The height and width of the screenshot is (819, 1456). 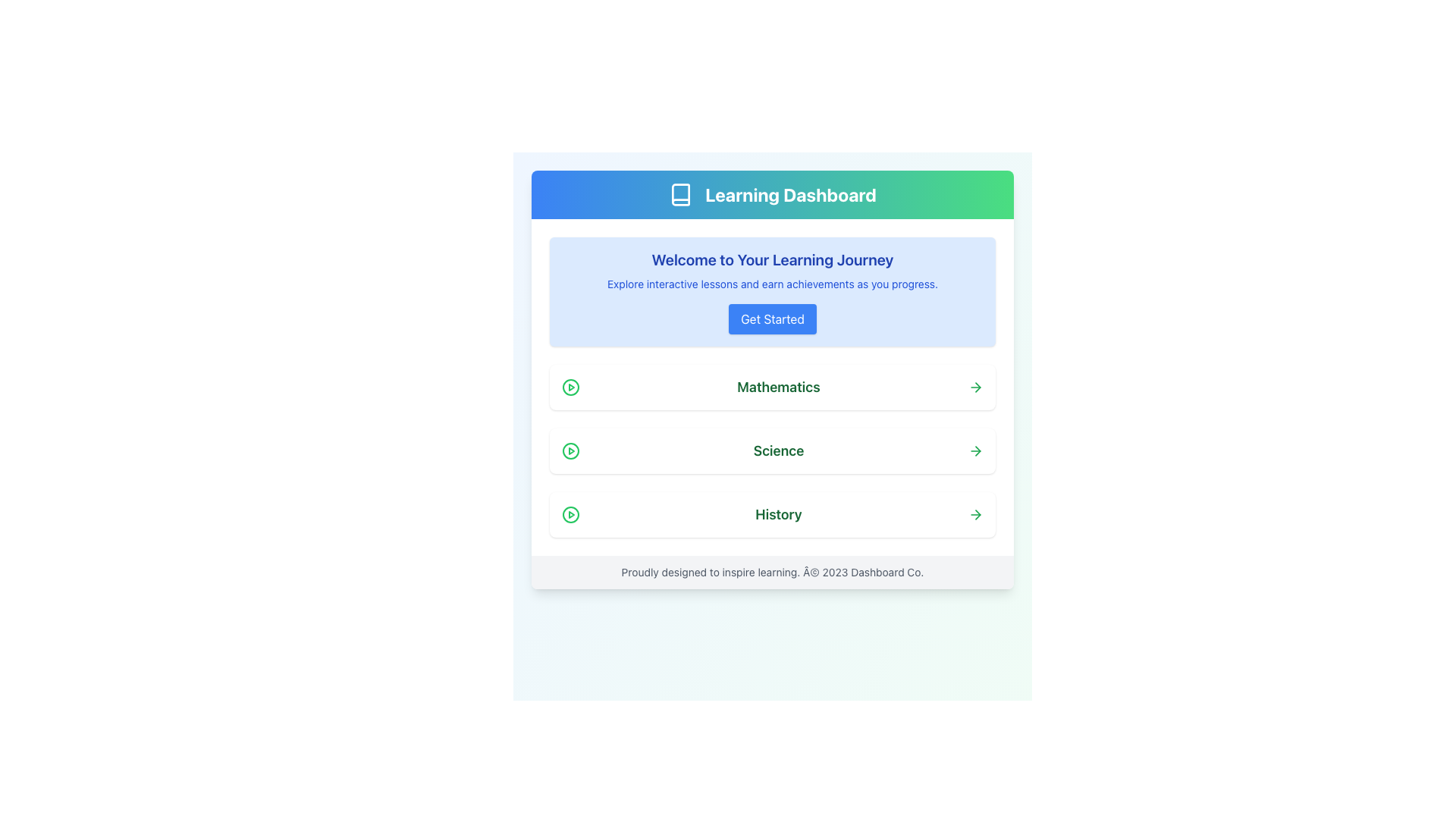 What do you see at coordinates (772, 259) in the screenshot?
I see `the welcoming title text at the top of the Learning Dashboard panel, which introduces the purpose of the interactive platform` at bounding box center [772, 259].